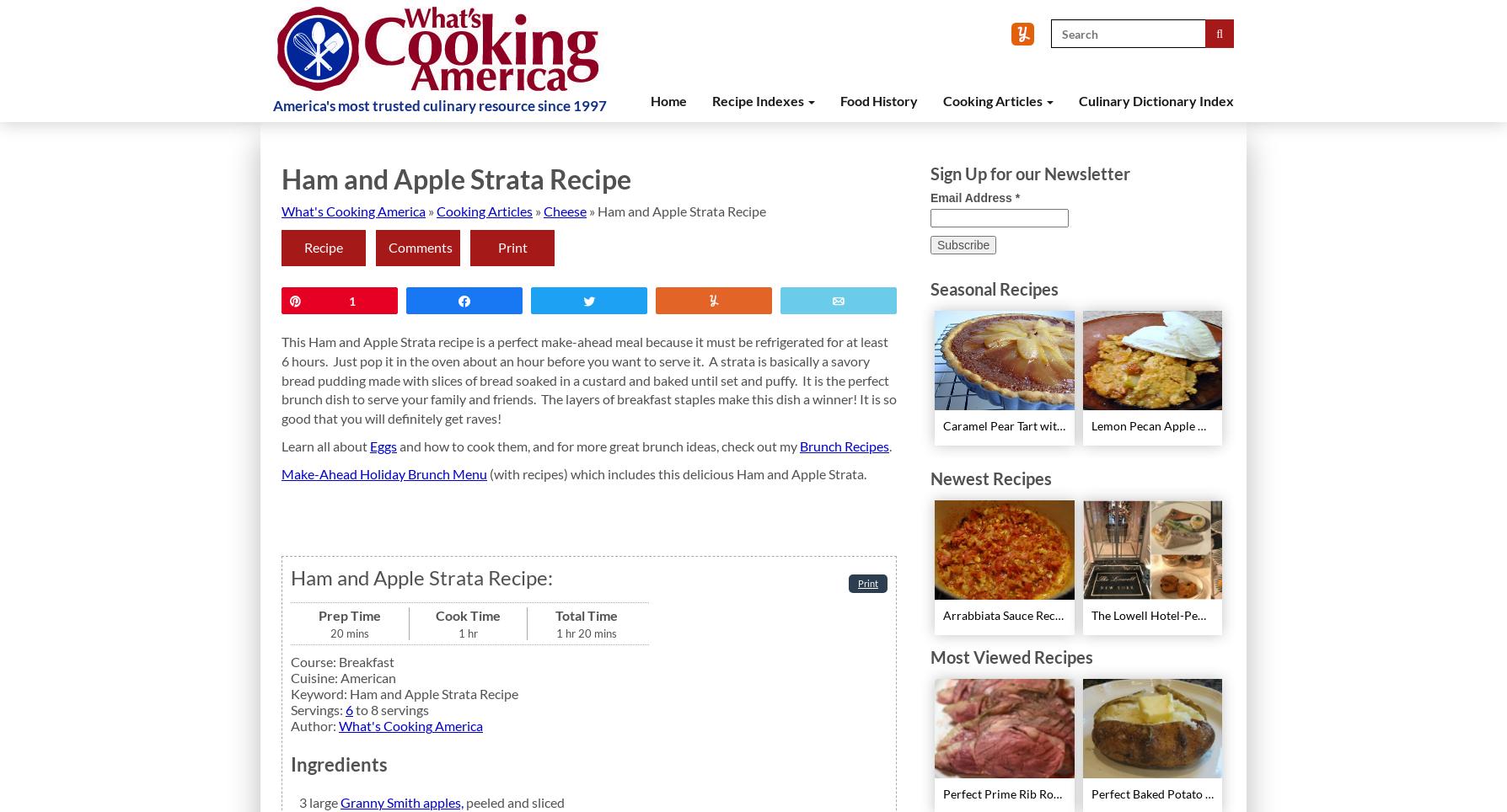  Describe the element at coordinates (711, 99) in the screenshot. I see `'Recipe Indexes'` at that location.